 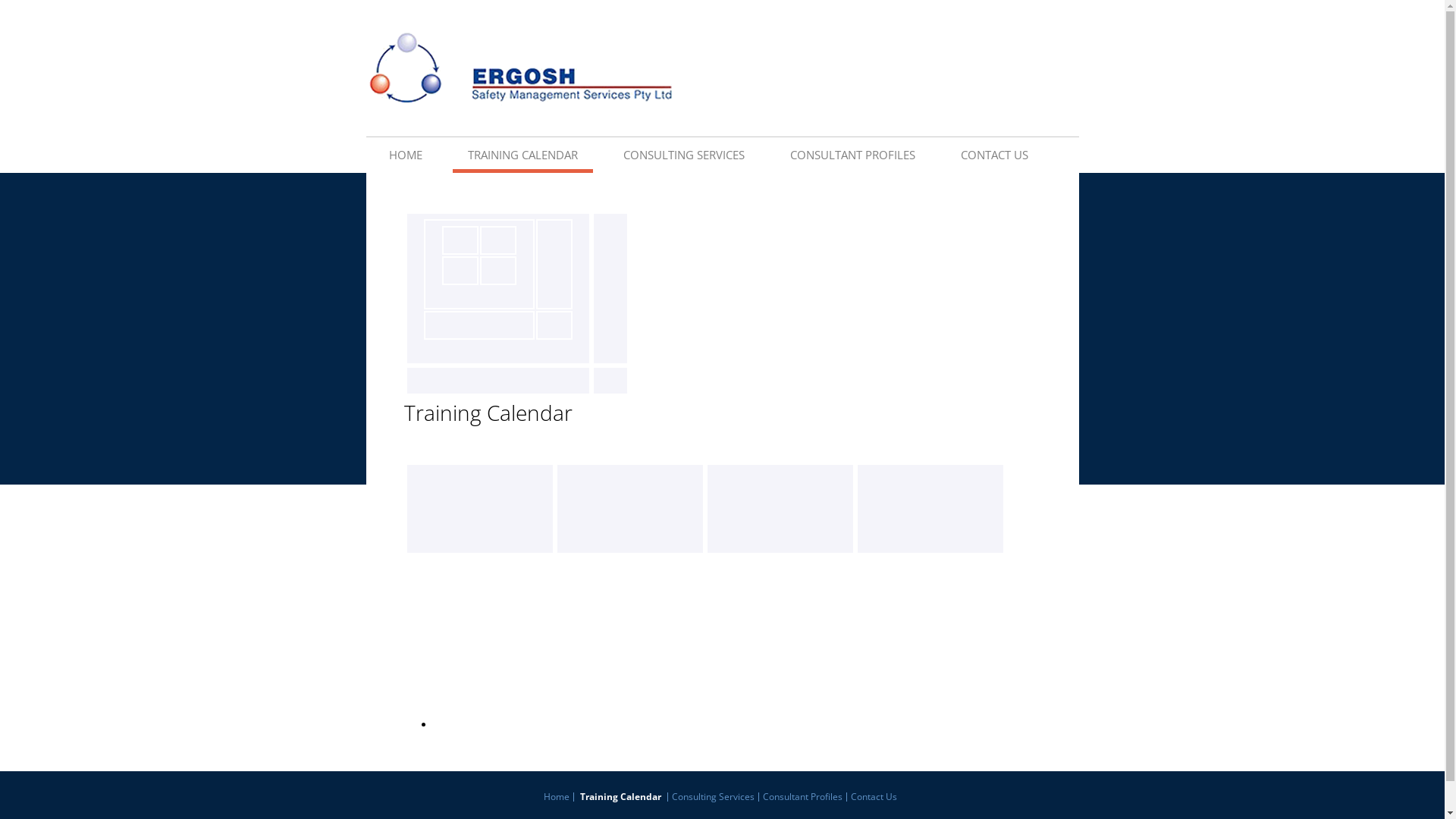 What do you see at coordinates (712, 795) in the screenshot?
I see `'Consulting Services'` at bounding box center [712, 795].